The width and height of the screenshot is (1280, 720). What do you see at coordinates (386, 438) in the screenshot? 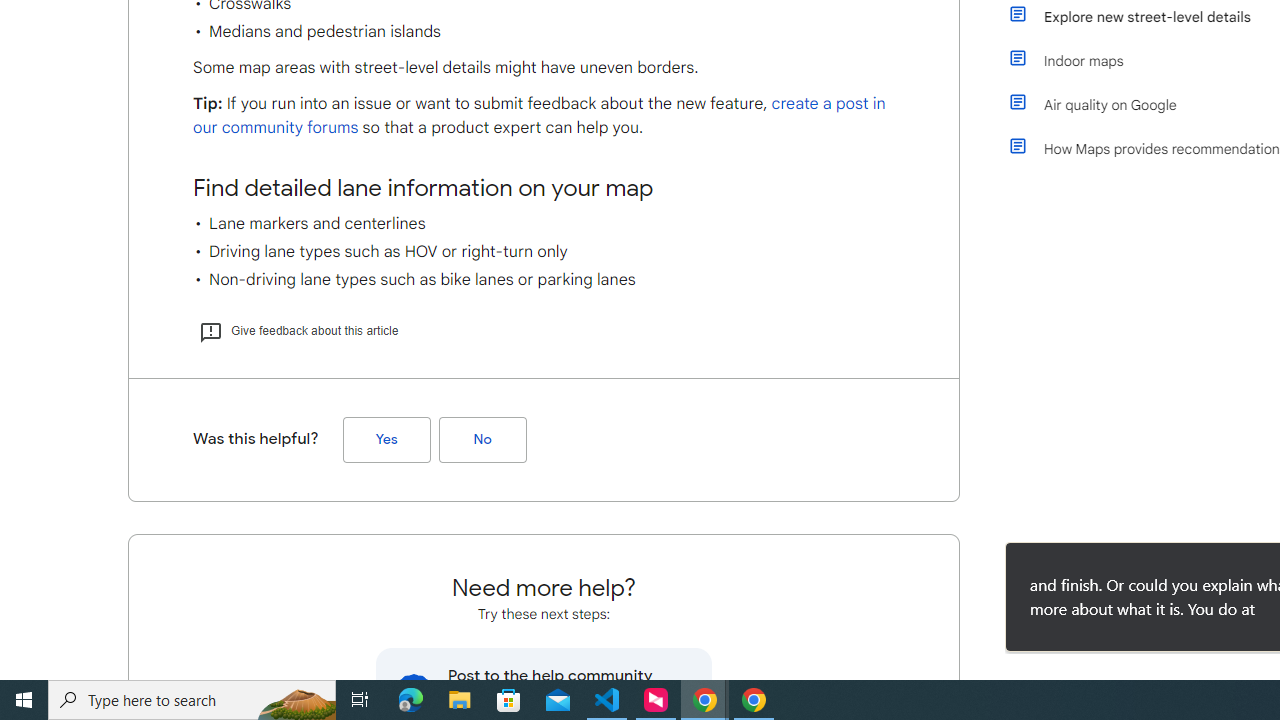
I see `'Yes (Was this helpful?)'` at bounding box center [386, 438].